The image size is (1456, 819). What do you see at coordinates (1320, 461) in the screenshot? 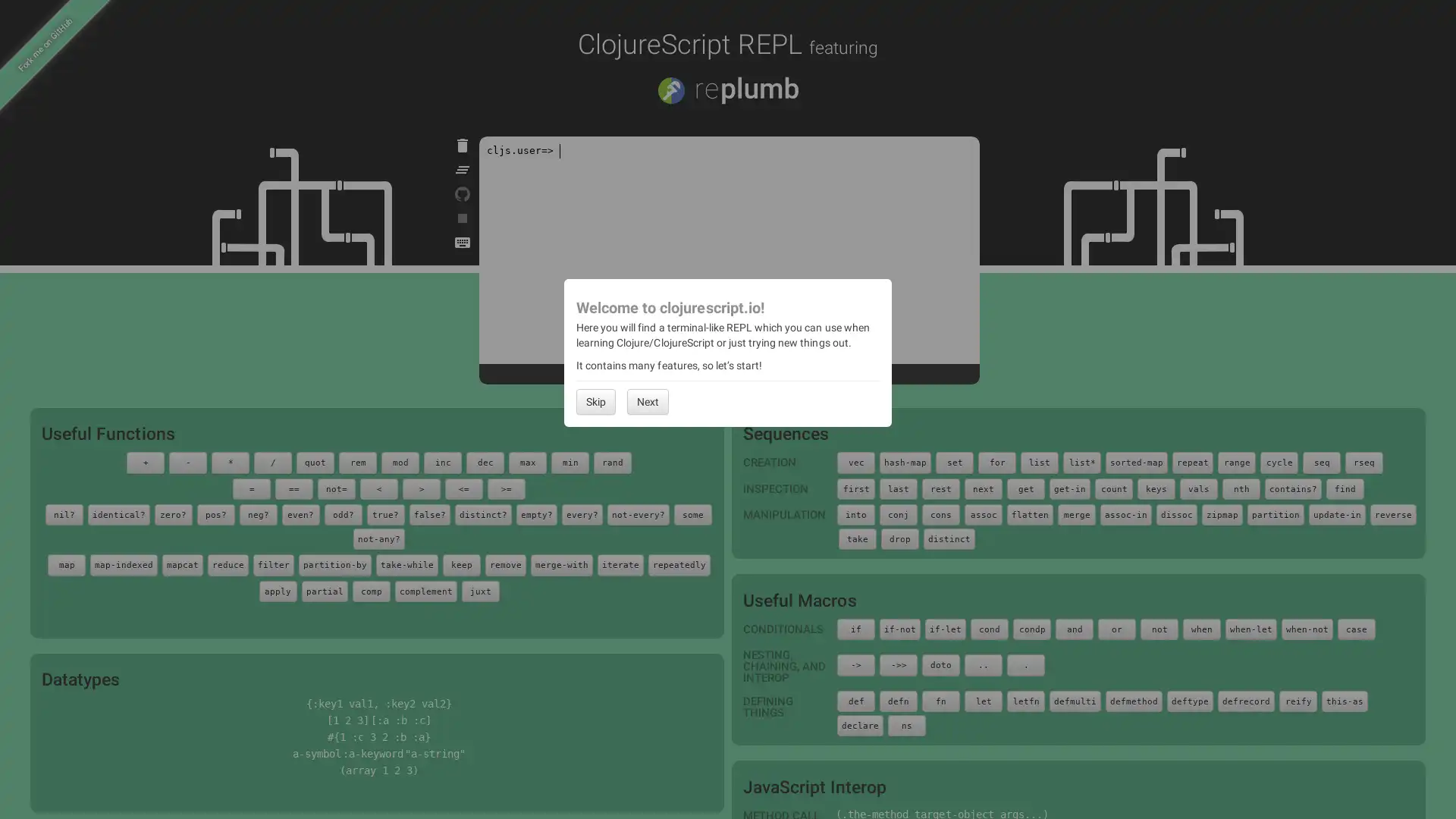
I see `seq` at bounding box center [1320, 461].